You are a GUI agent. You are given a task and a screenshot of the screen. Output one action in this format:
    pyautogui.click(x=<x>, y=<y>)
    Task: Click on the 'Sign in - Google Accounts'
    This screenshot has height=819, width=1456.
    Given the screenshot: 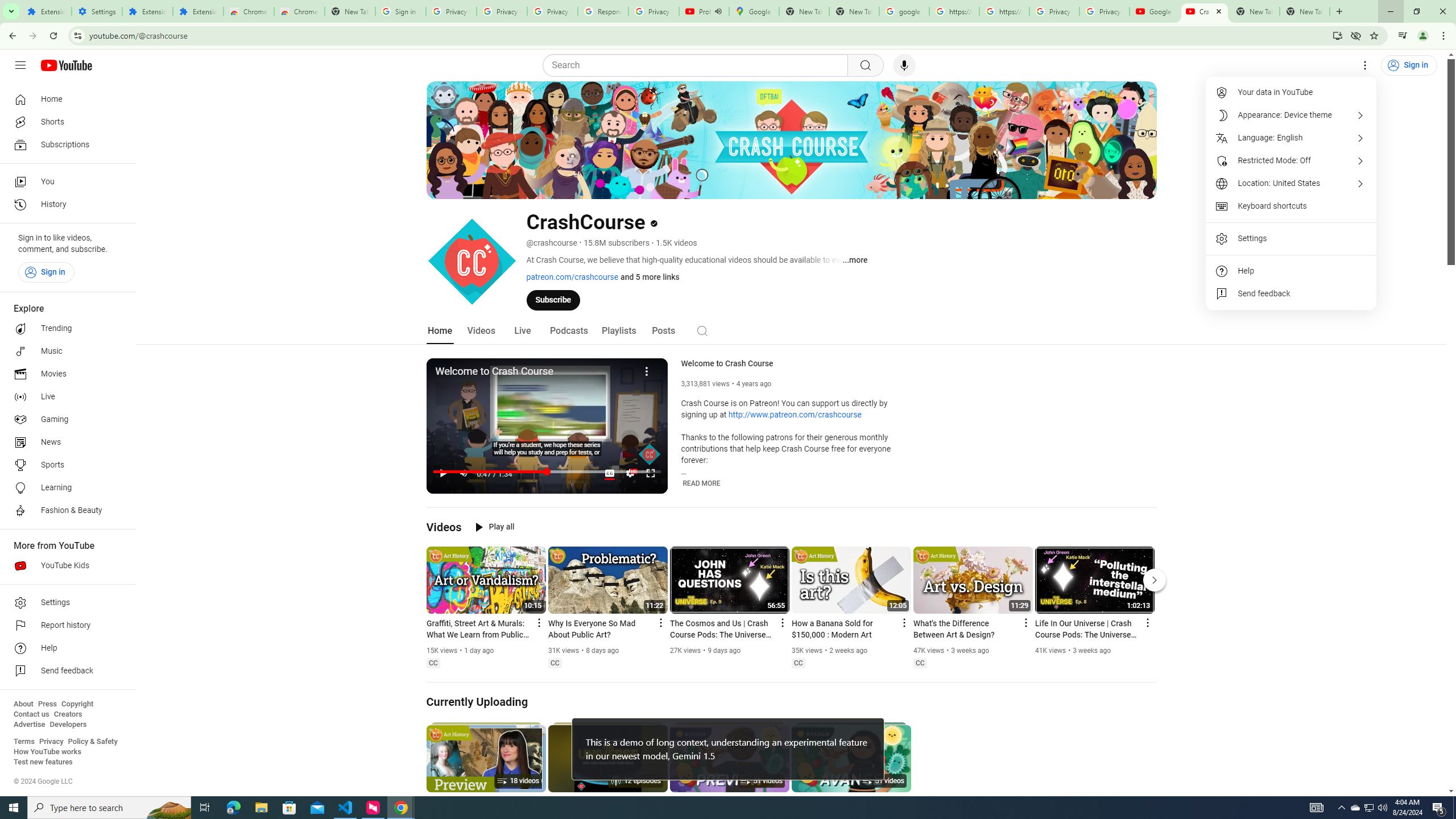 What is the action you would take?
    pyautogui.click(x=400, y=11)
    